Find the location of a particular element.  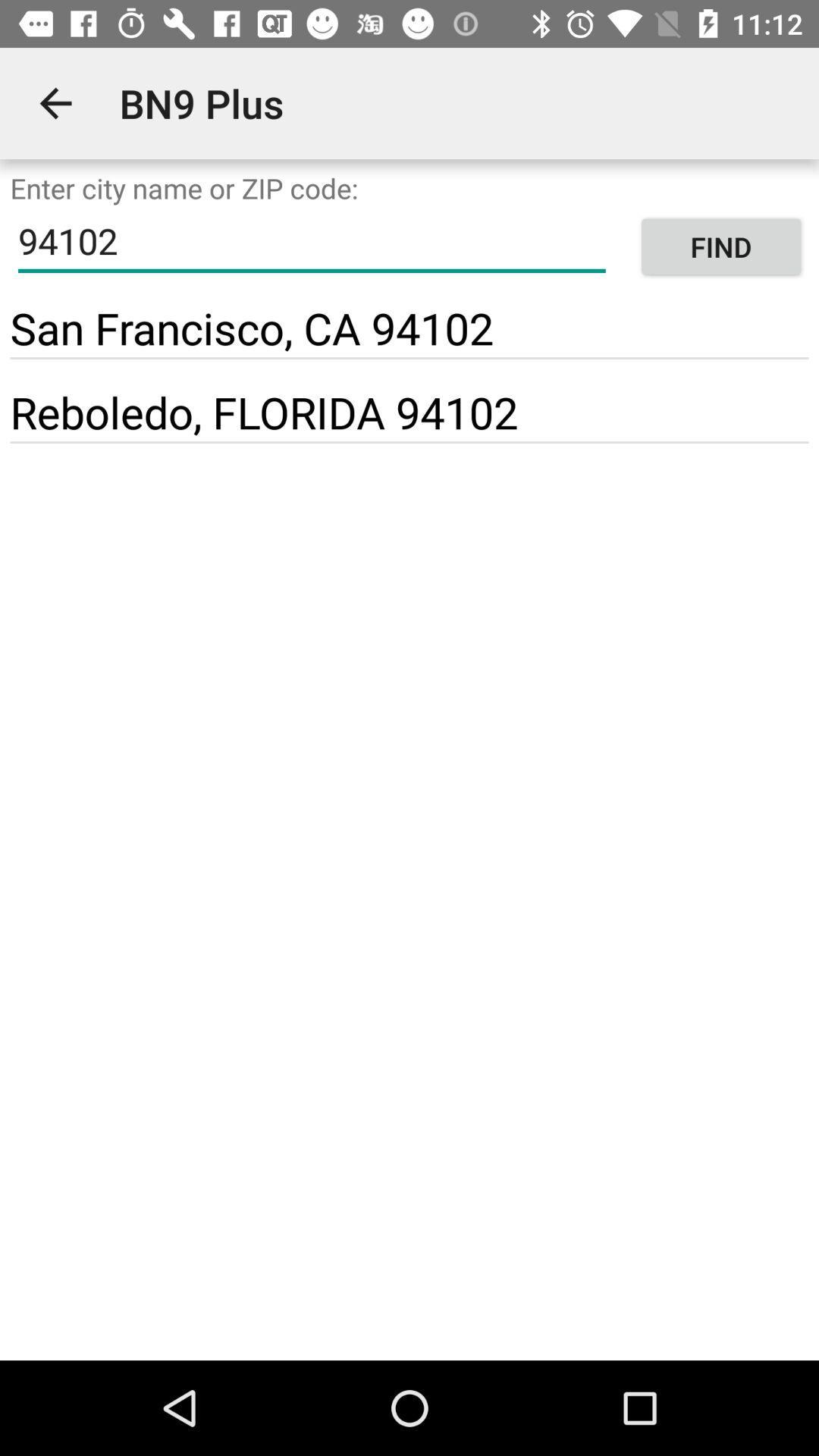

the icon below the enter city name icon is located at coordinates (720, 246).